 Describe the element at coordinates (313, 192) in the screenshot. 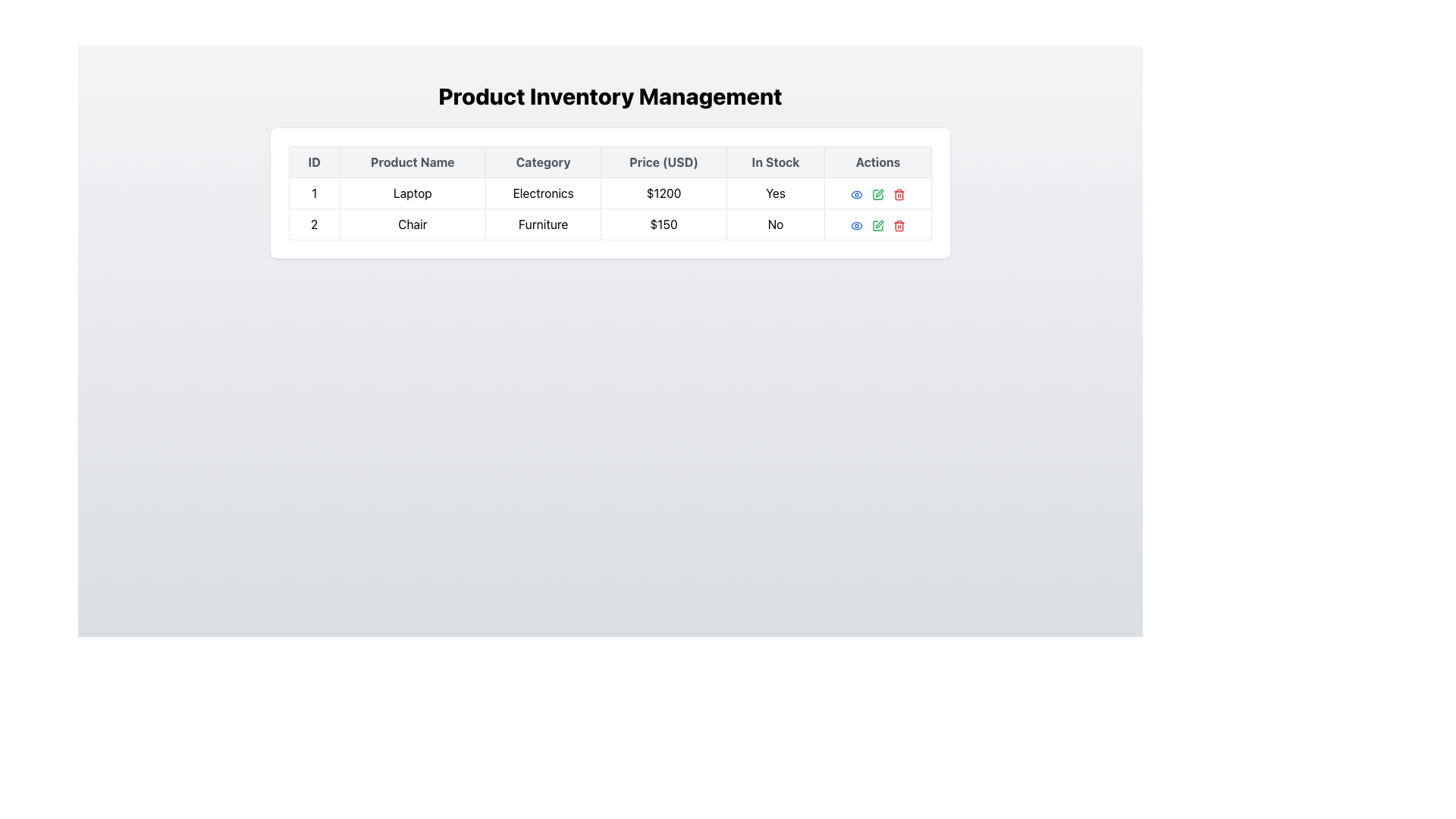

I see `the table cell containing the text '1' in the 'ID' column of the 'Product Inventory Management' table` at that location.